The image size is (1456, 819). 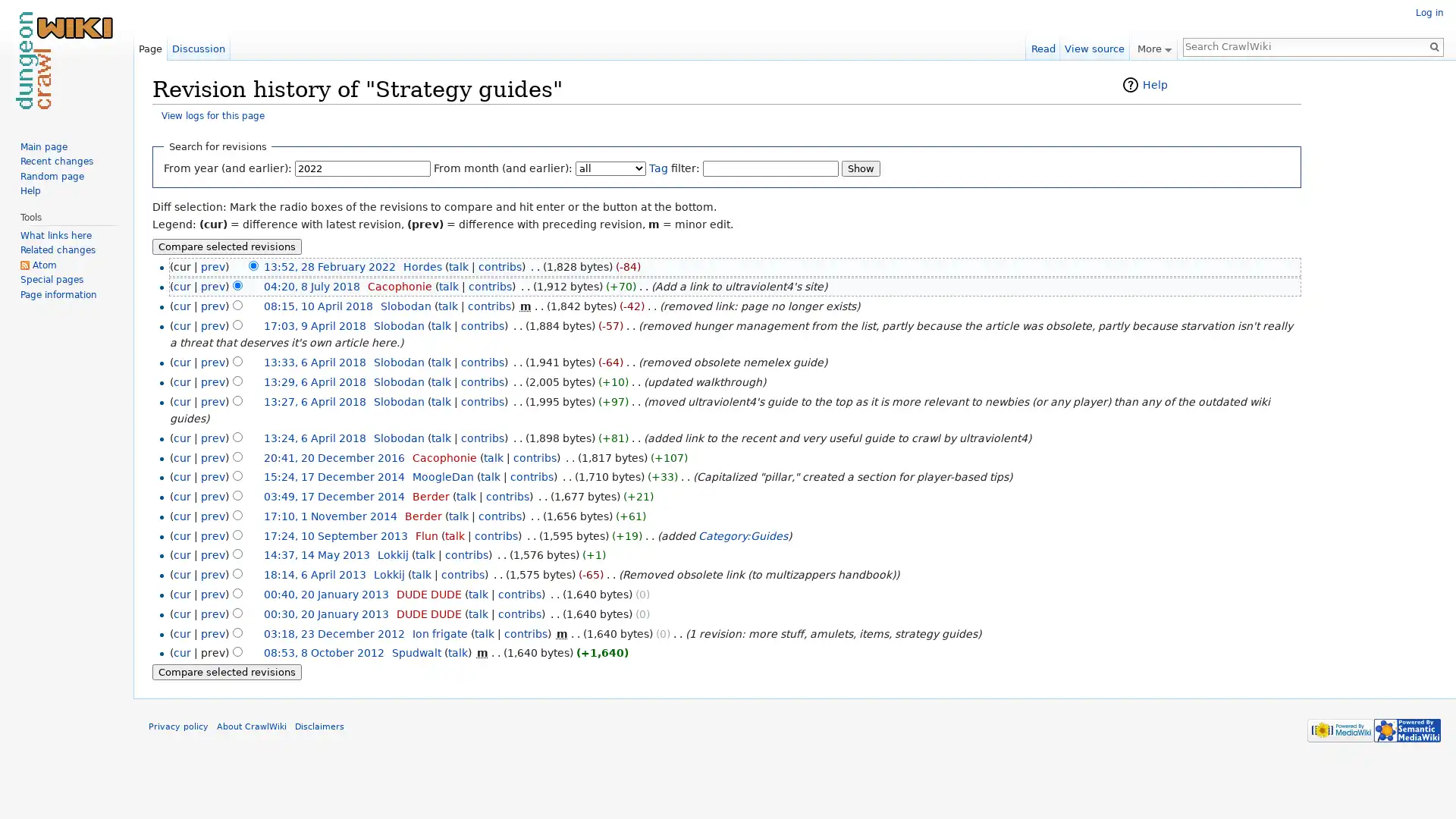 I want to click on Go, so click(x=1433, y=45).